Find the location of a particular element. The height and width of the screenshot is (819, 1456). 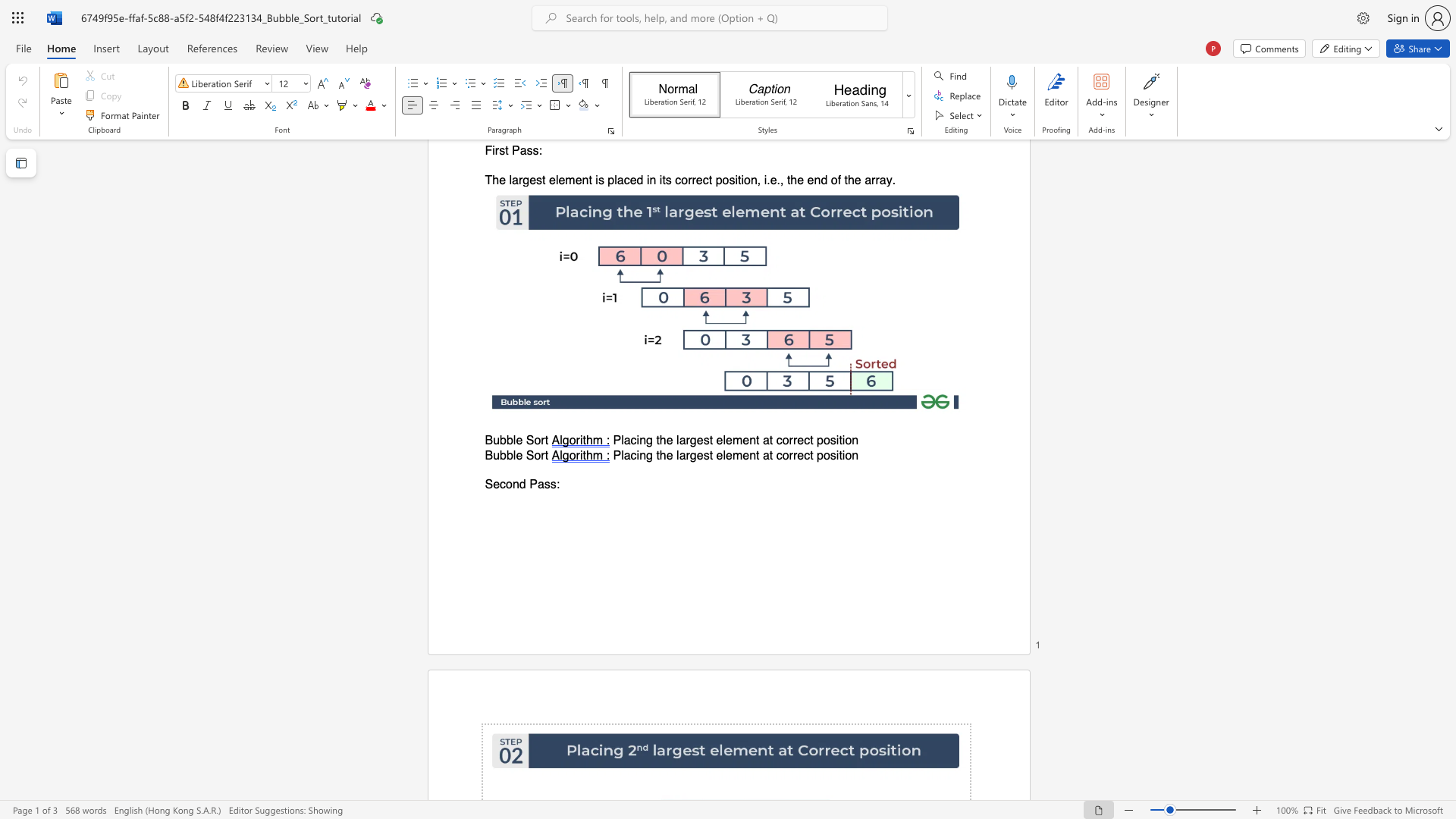

the 1th character "S" in the text is located at coordinates (488, 485).